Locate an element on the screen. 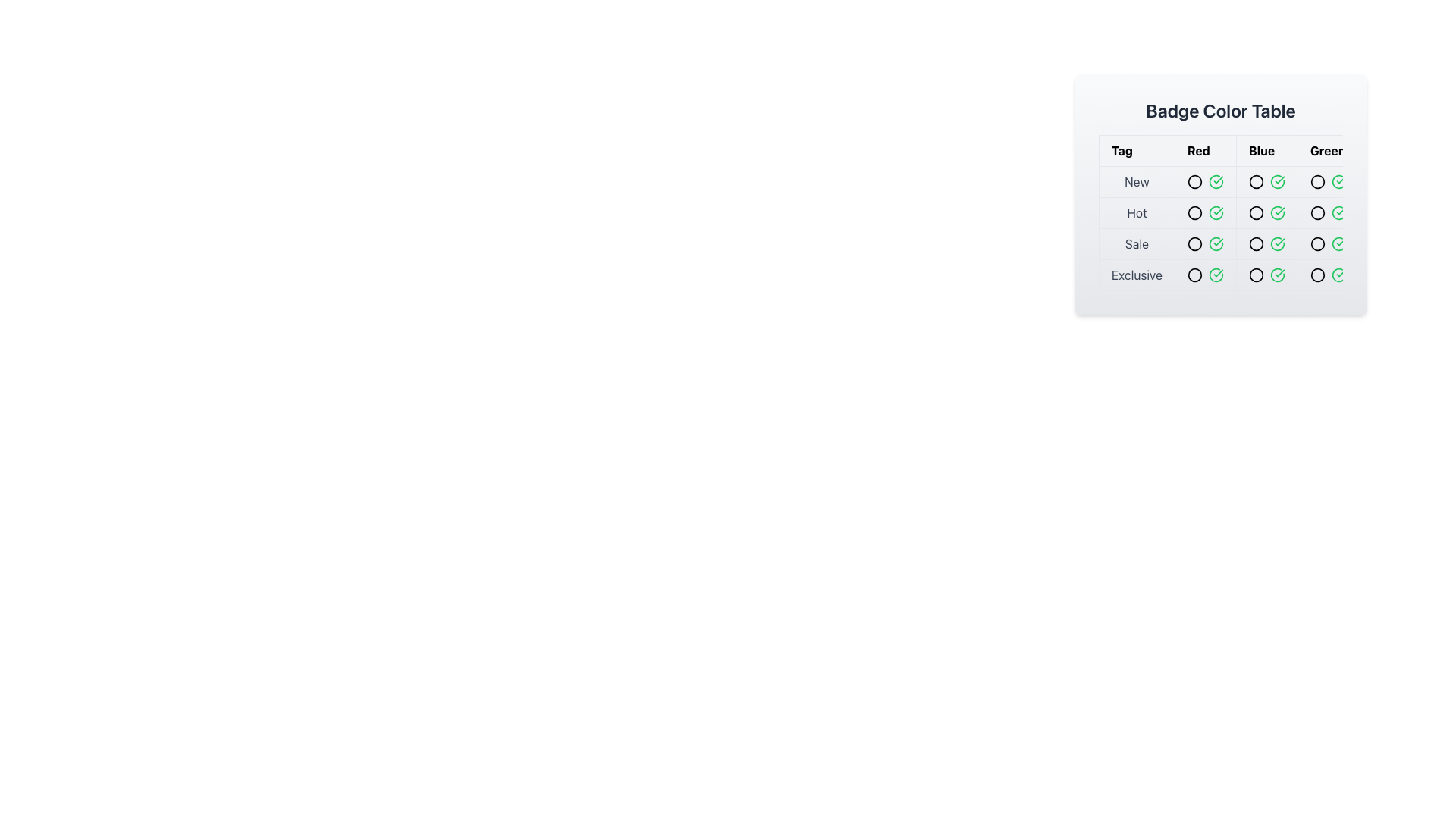 The height and width of the screenshot is (819, 1456). the Icon that indicates the status for the 'Exclusive' category in the 'Blue' column, which is the second element from the left in the 'Exclusive' row of the table is located at coordinates (1260, 275).